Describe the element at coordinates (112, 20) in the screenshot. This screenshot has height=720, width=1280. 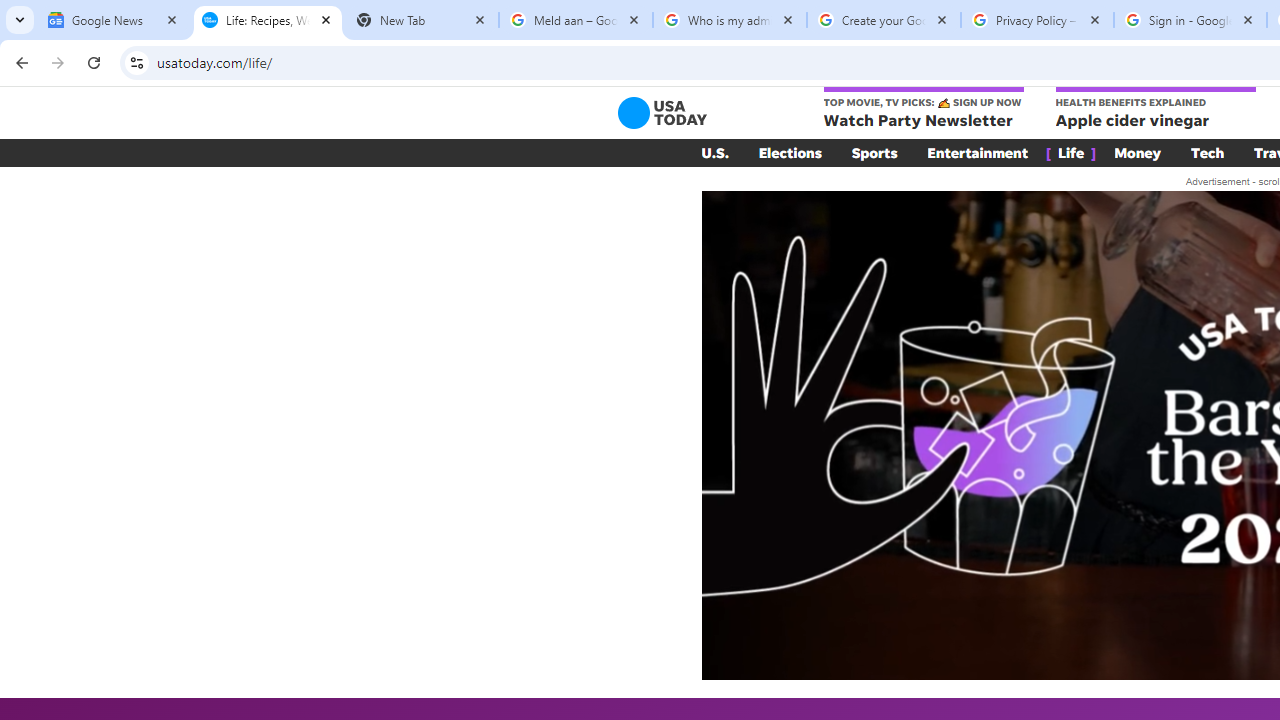
I see `'Google News'` at that location.